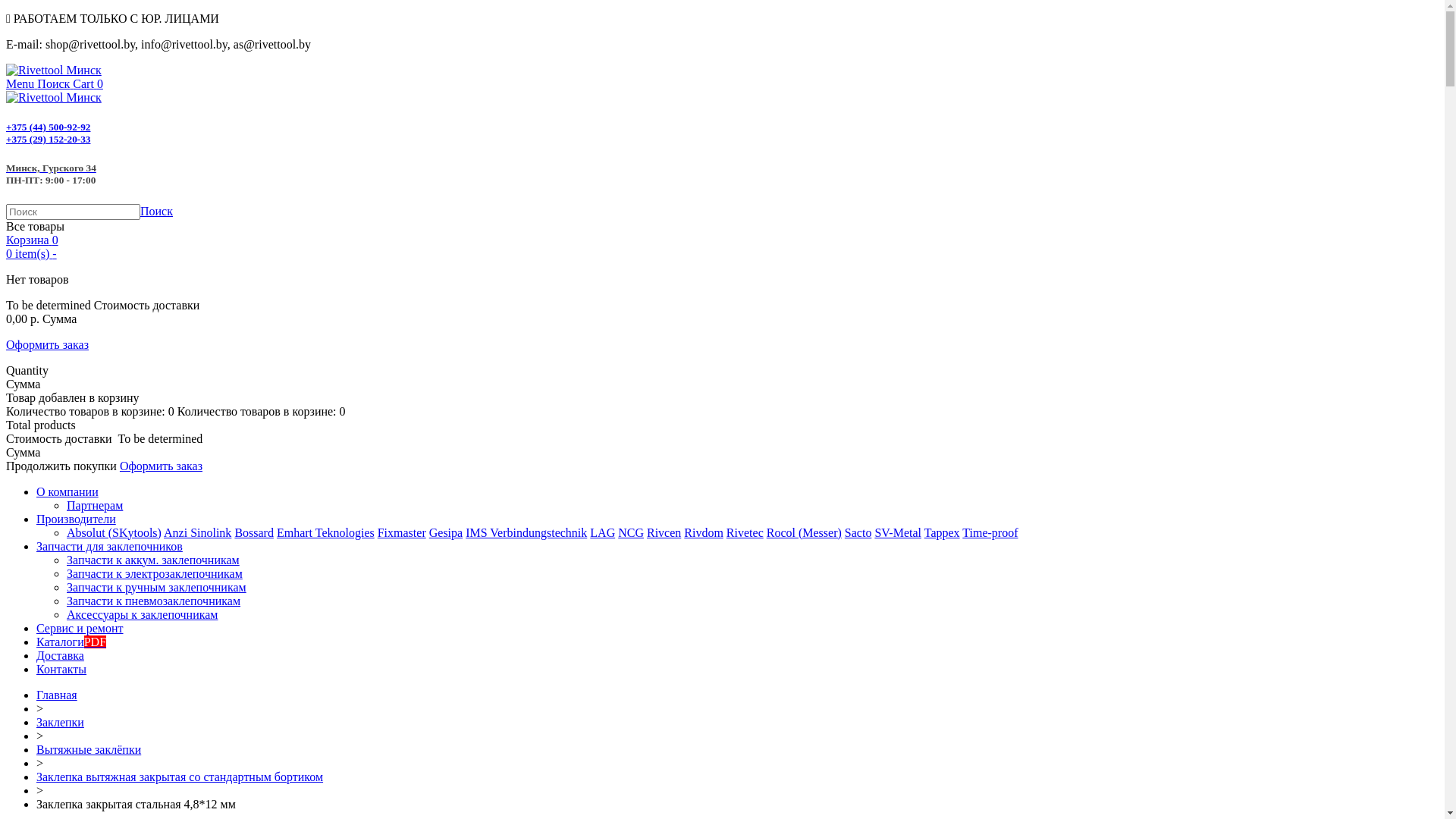 This screenshot has width=1456, height=819. I want to click on 'Tappex', so click(941, 532).